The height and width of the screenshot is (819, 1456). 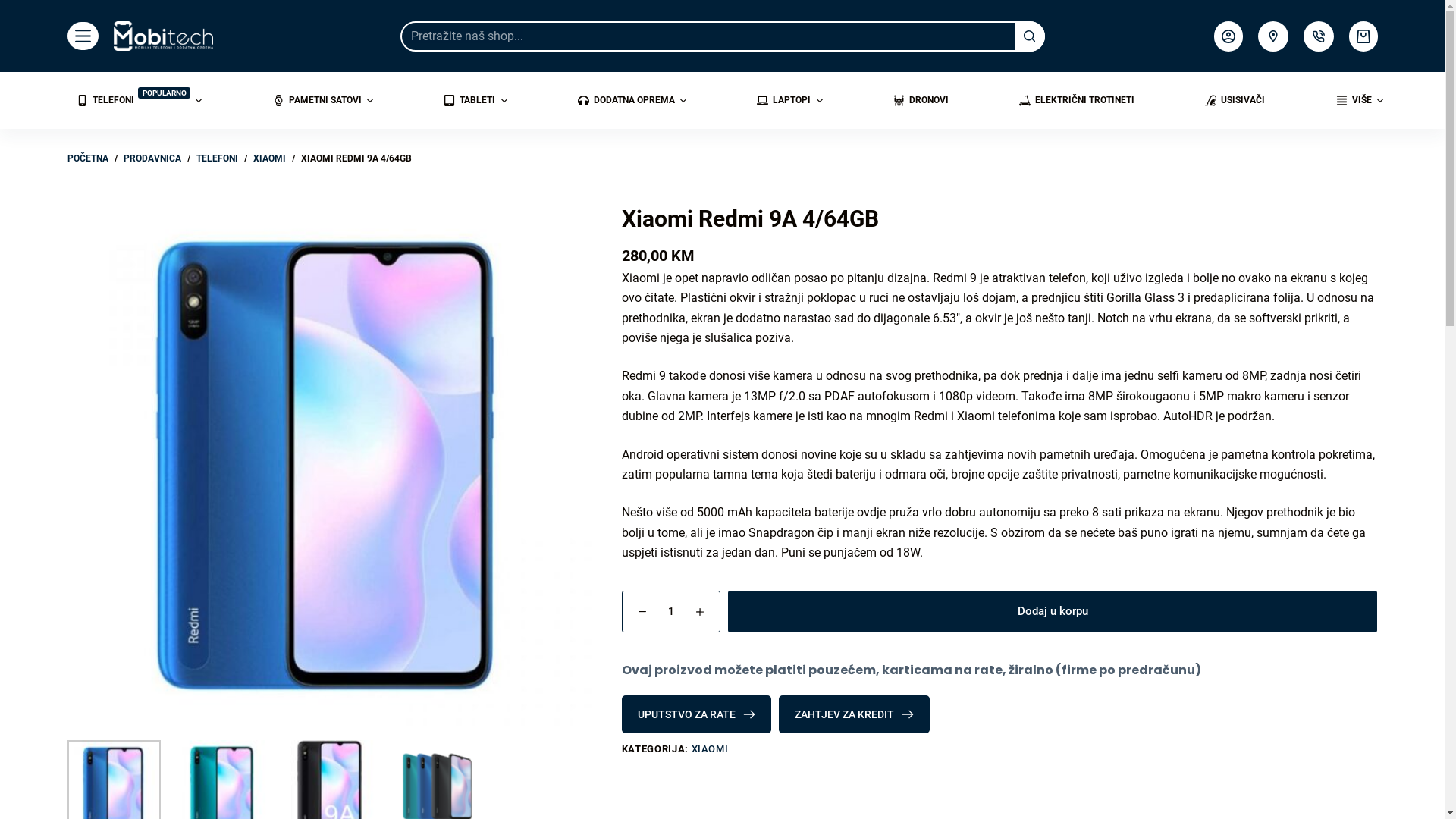 What do you see at coordinates (475, 100) in the screenshot?
I see `'TABLETI'` at bounding box center [475, 100].